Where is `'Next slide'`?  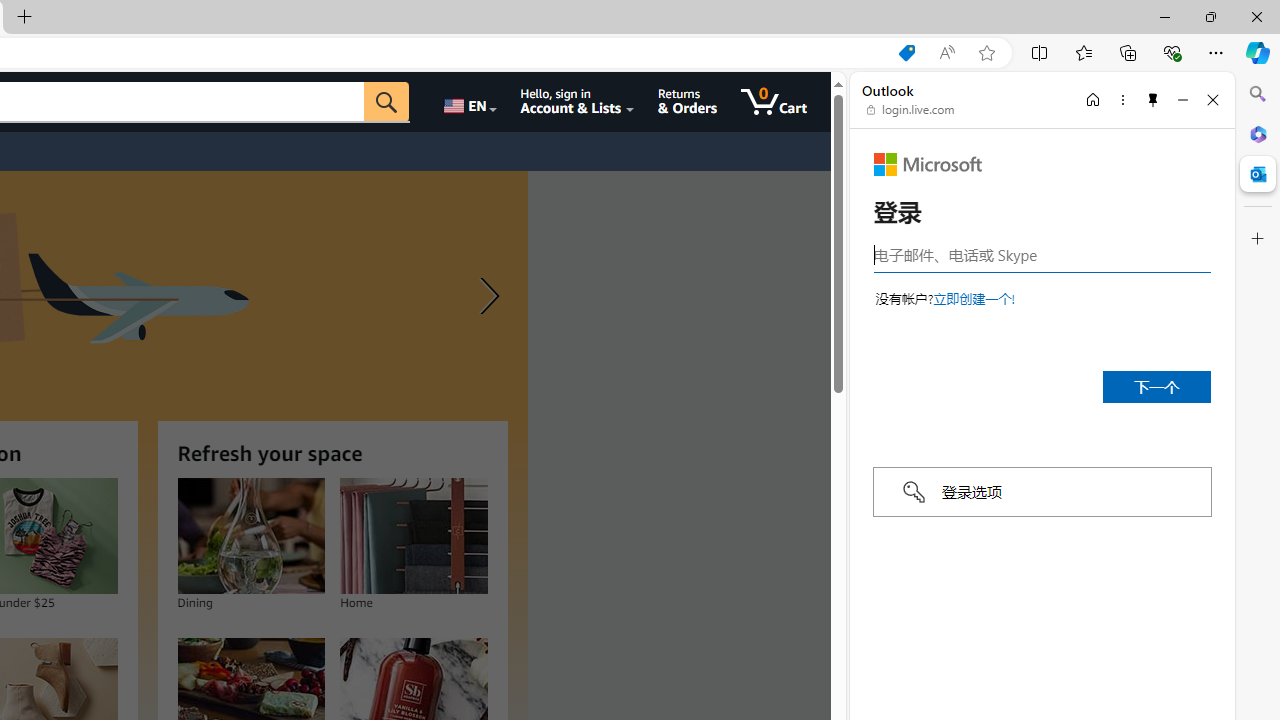 'Next slide' is located at coordinates (485, 296).